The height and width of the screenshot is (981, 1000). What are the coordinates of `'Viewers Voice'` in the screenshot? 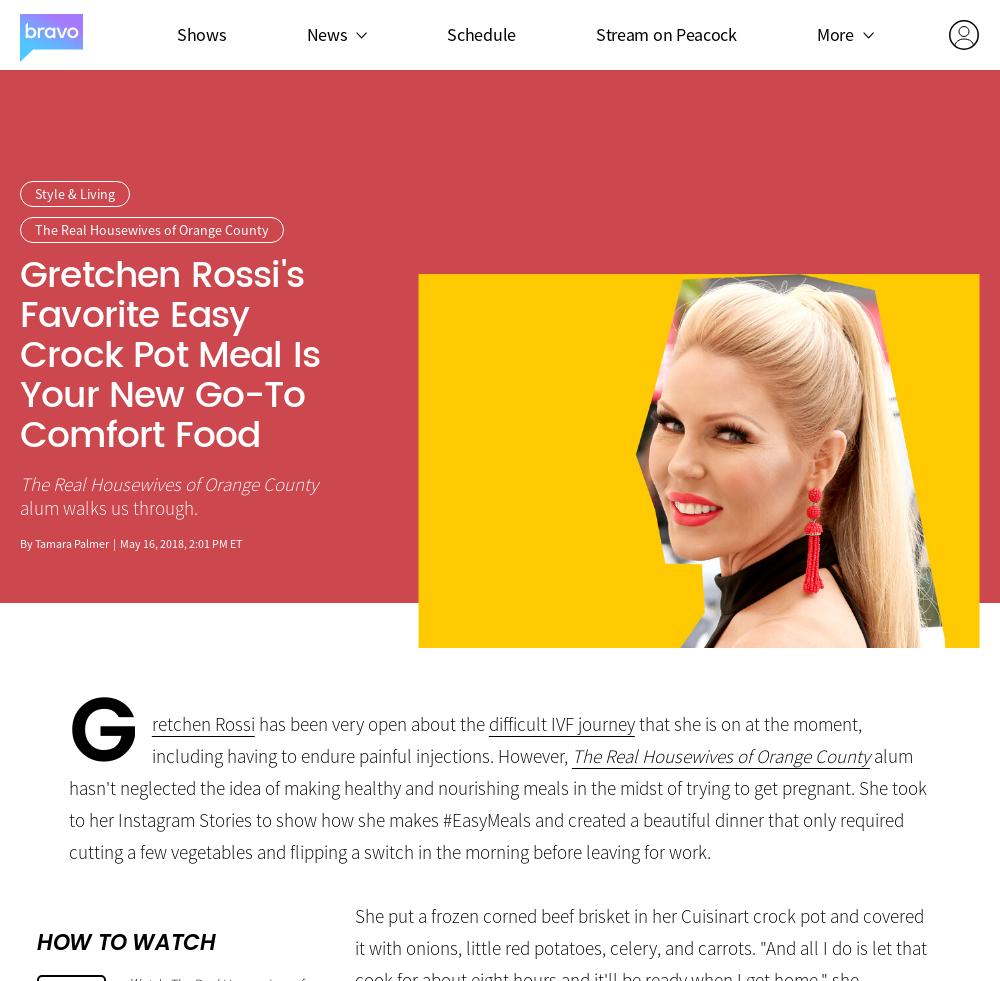 It's located at (804, 281).